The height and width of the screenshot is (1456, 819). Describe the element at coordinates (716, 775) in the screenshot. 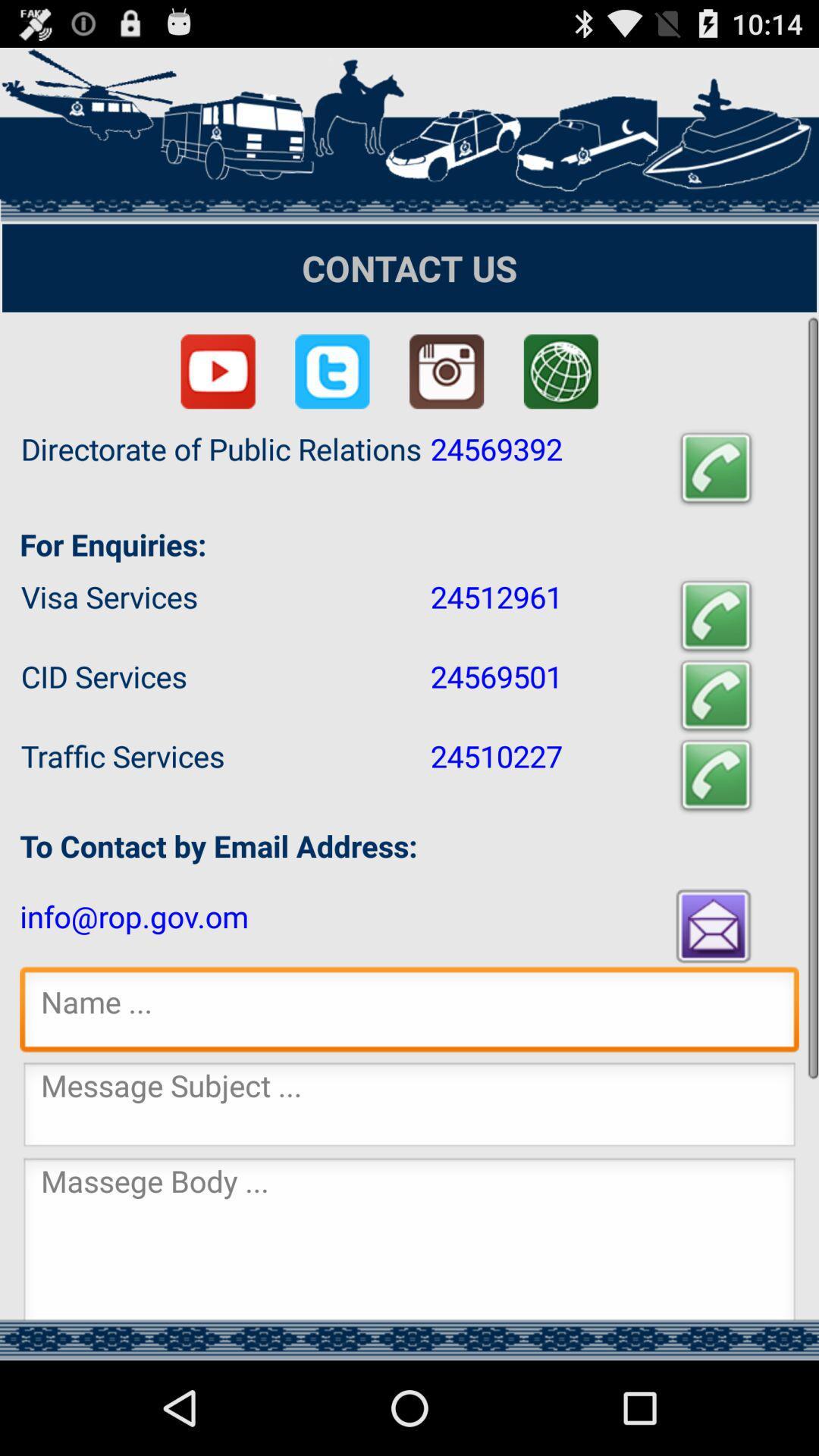

I see `the item to the right of the 24510227` at that location.